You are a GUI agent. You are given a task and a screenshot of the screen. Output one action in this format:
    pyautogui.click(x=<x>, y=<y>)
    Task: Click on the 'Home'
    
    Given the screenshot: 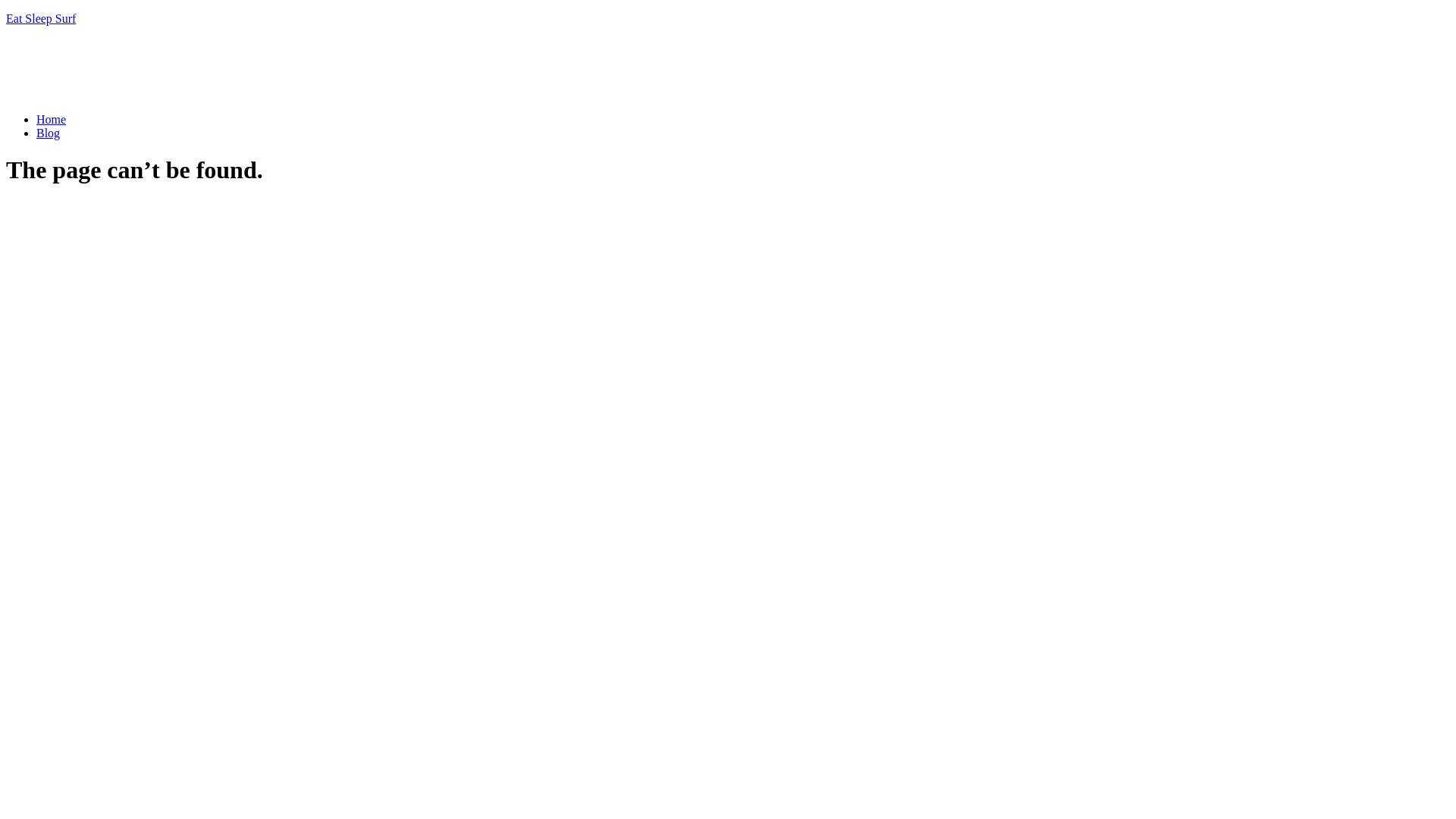 What is the action you would take?
    pyautogui.click(x=51, y=118)
    